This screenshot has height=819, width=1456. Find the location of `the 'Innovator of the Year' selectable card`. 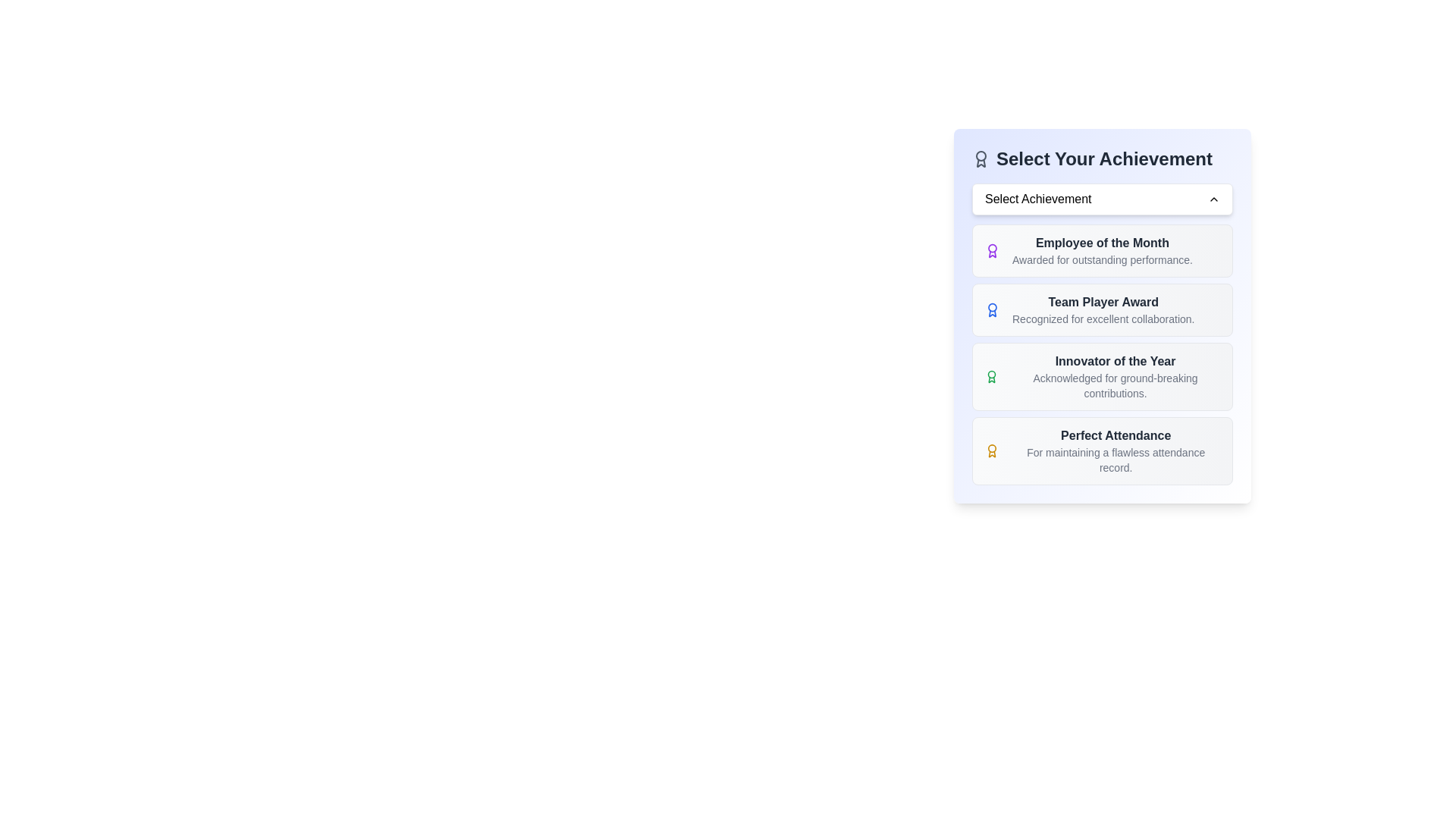

the 'Innovator of the Year' selectable card is located at coordinates (1103, 376).